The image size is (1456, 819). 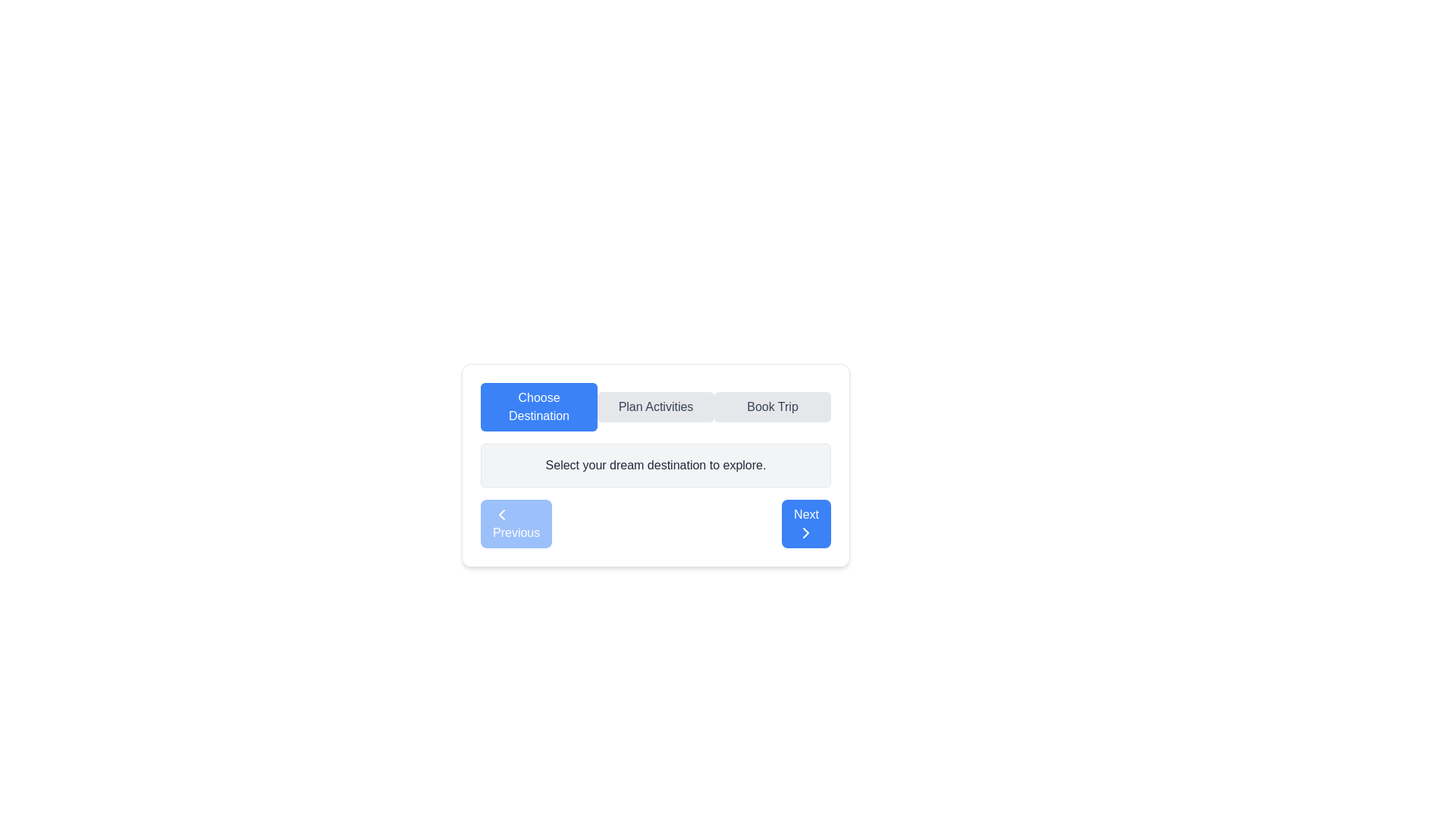 I want to click on the small right-facing chevron arrow icon on the blue background located inside the 'Next' button, so click(x=805, y=532).